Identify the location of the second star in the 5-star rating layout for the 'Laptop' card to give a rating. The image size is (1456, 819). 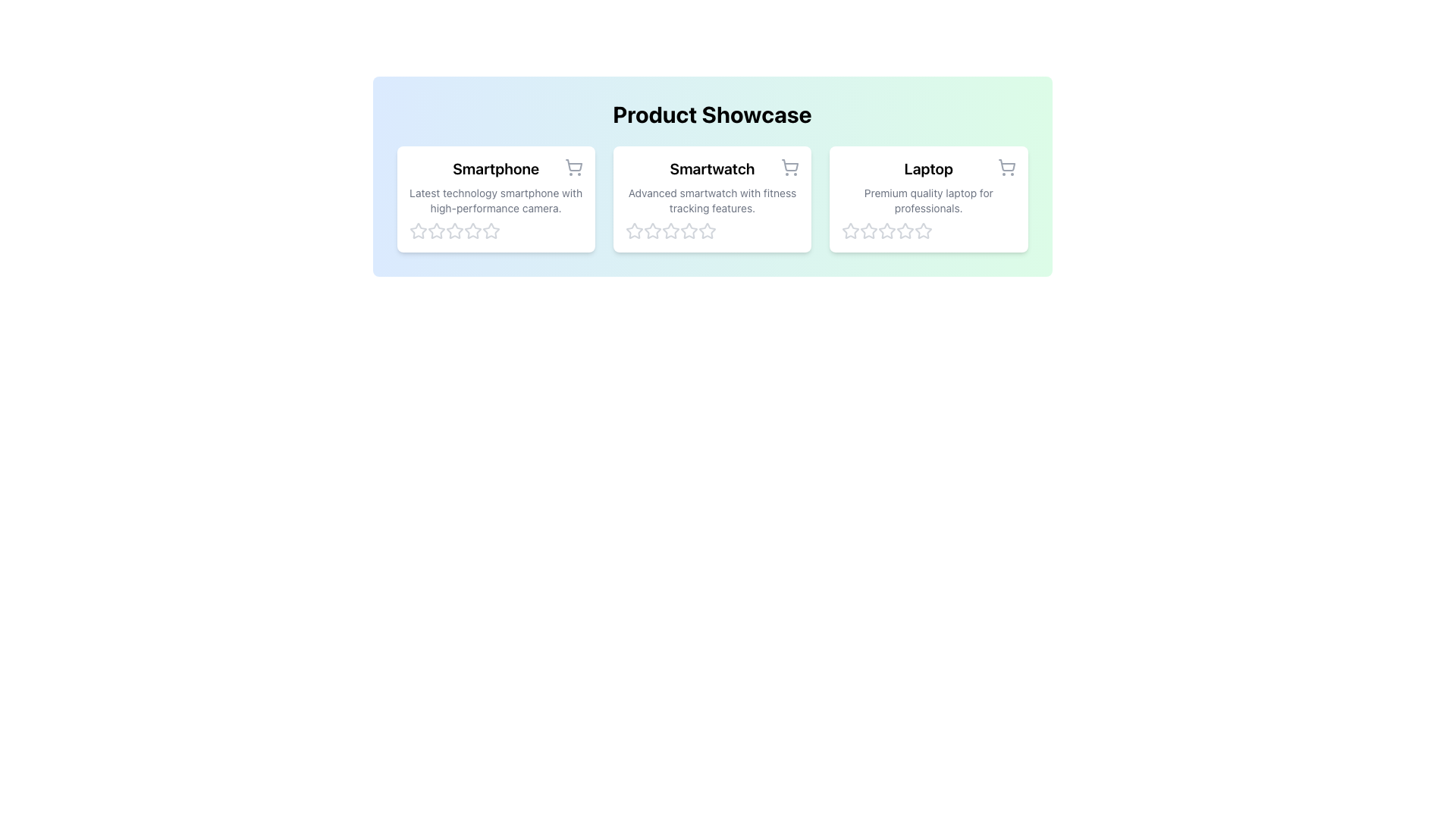
(869, 231).